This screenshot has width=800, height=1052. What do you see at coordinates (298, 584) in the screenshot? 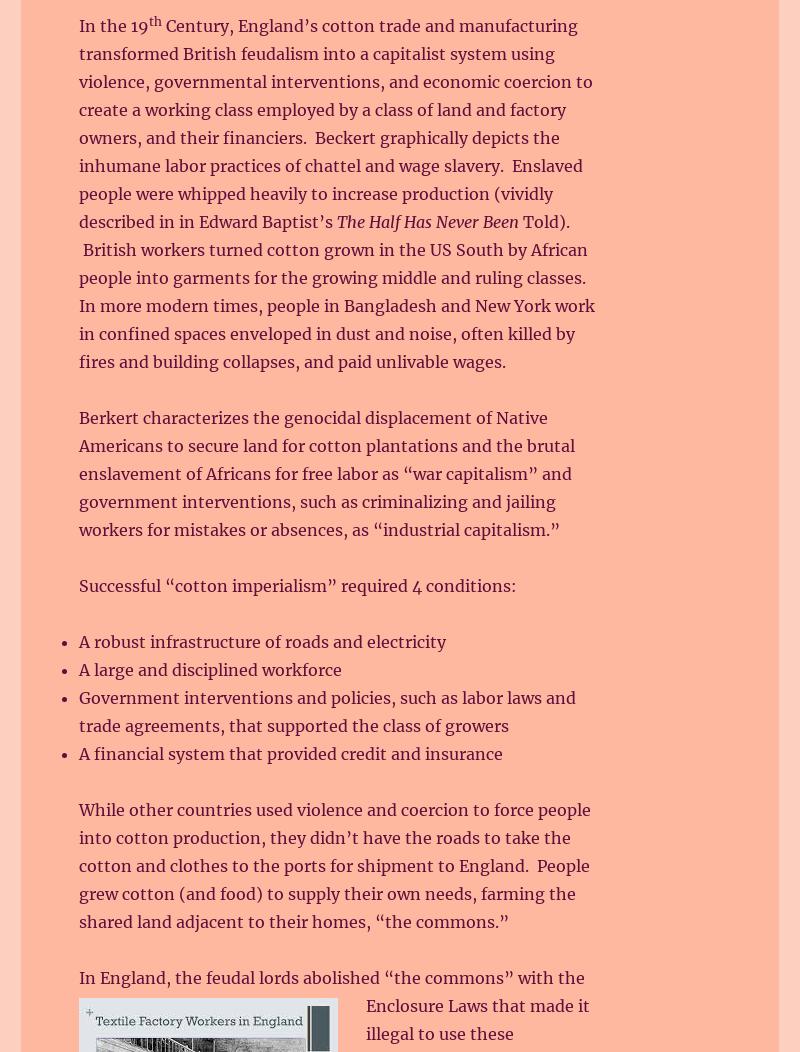
I see `'Successful “cotton imperialism” required 4 conditions:'` at bounding box center [298, 584].